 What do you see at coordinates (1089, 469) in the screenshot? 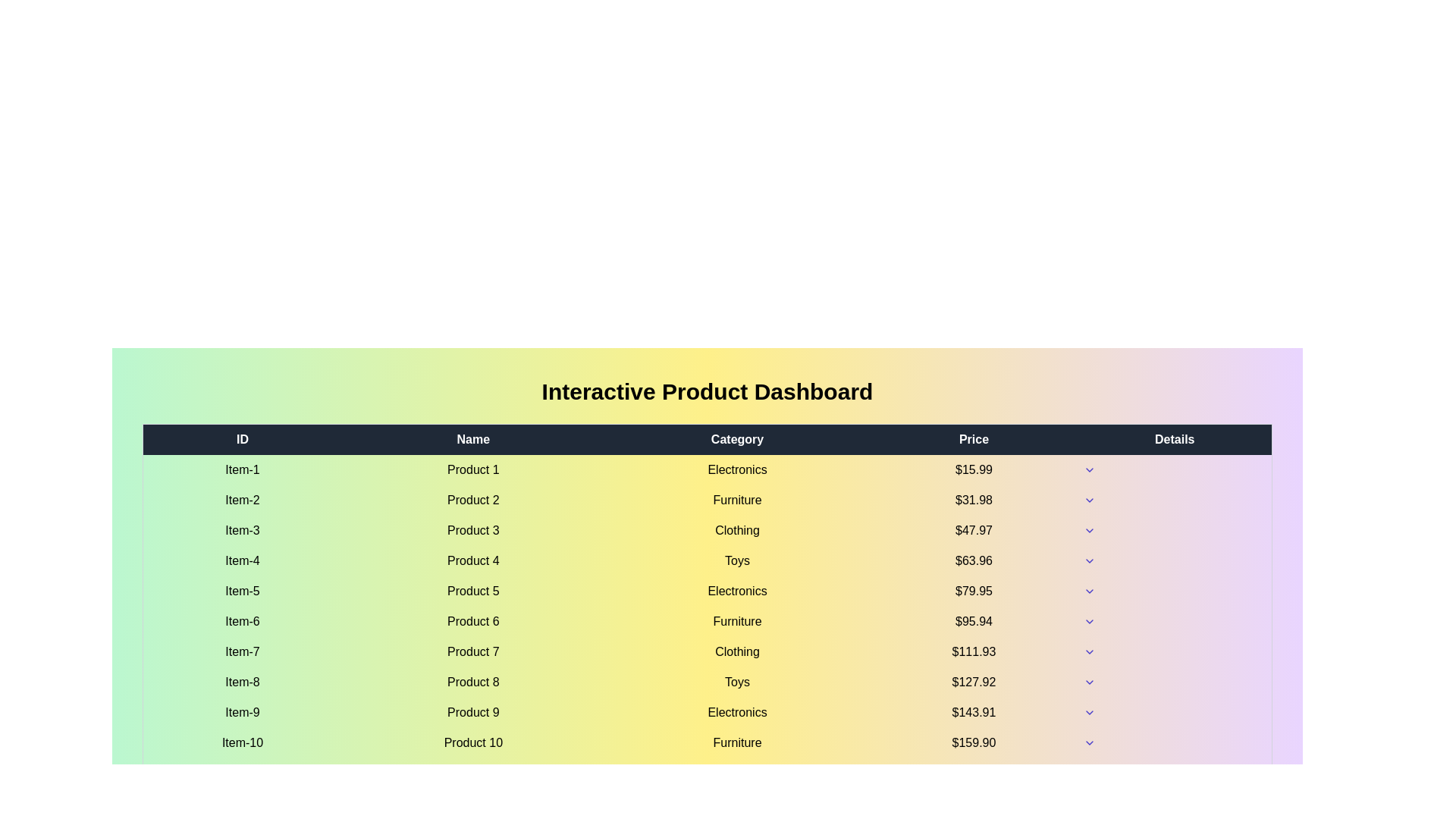
I see `the down arrow in the 'Details' column for the first item to expand its details` at bounding box center [1089, 469].